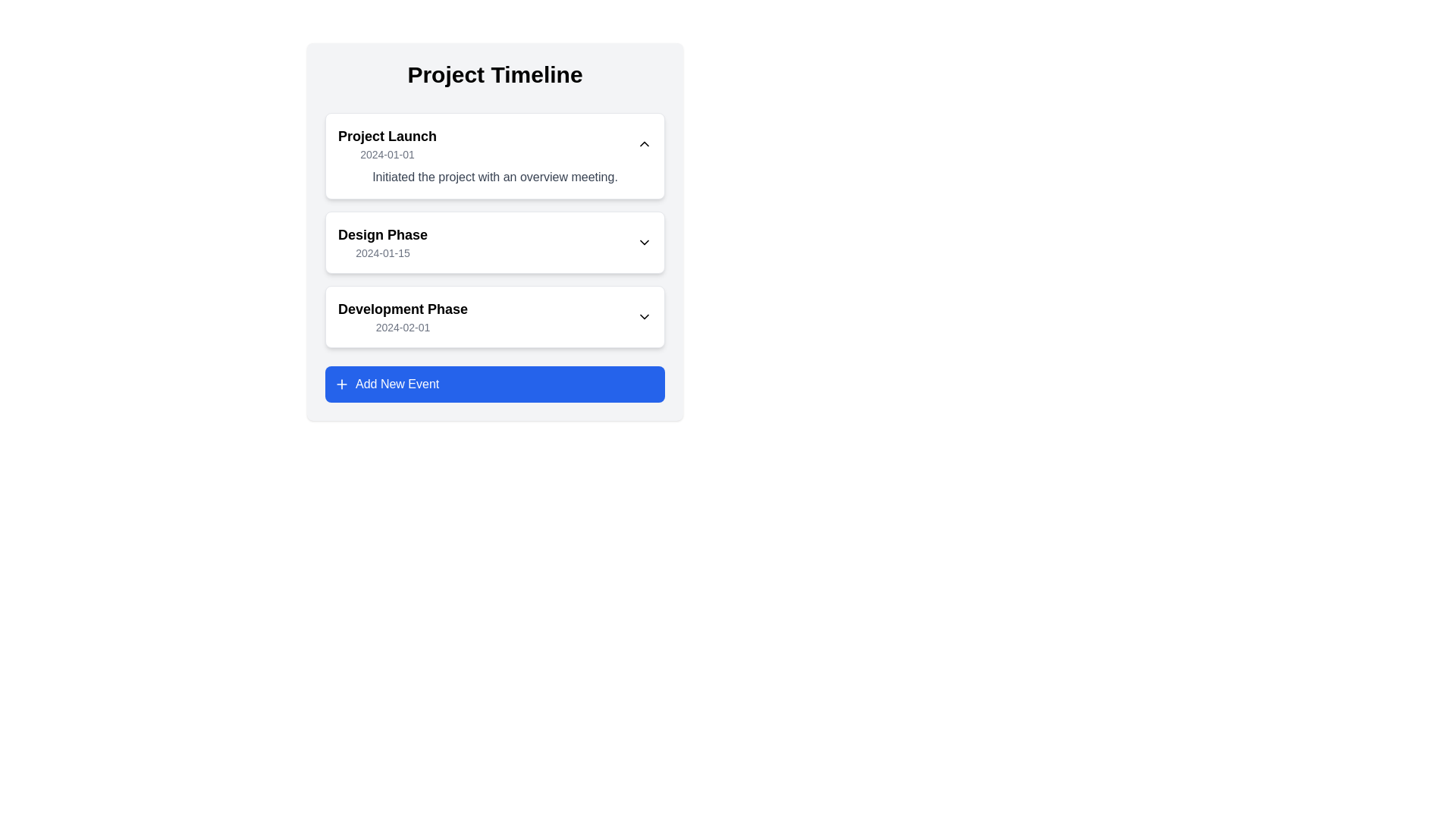  What do you see at coordinates (494, 231) in the screenshot?
I see `on the 'Design Phase' timeline entry, which is the second item in the timeline interface` at bounding box center [494, 231].